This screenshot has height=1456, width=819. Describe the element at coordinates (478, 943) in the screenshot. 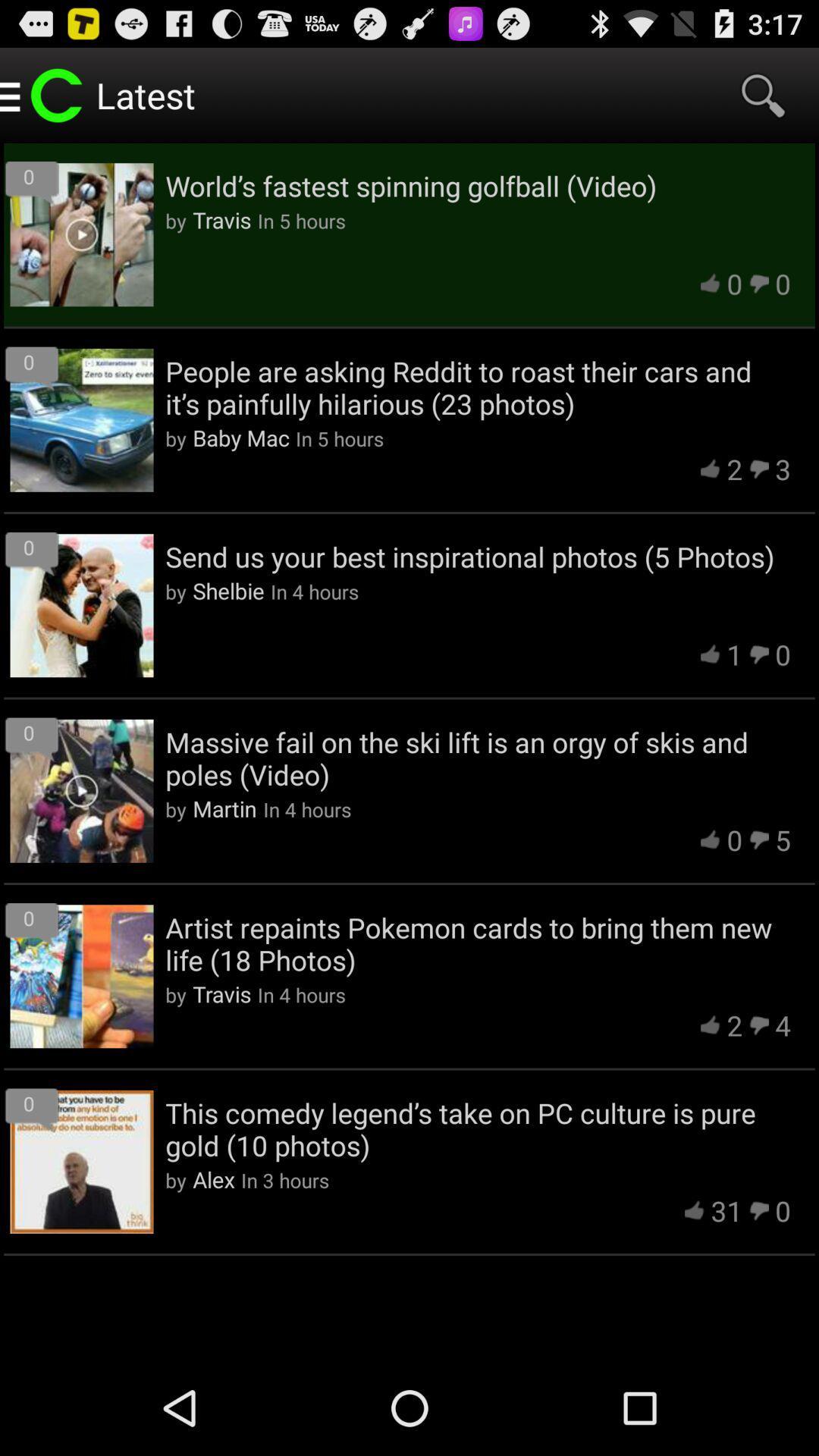

I see `the artist repaints pokemon` at that location.